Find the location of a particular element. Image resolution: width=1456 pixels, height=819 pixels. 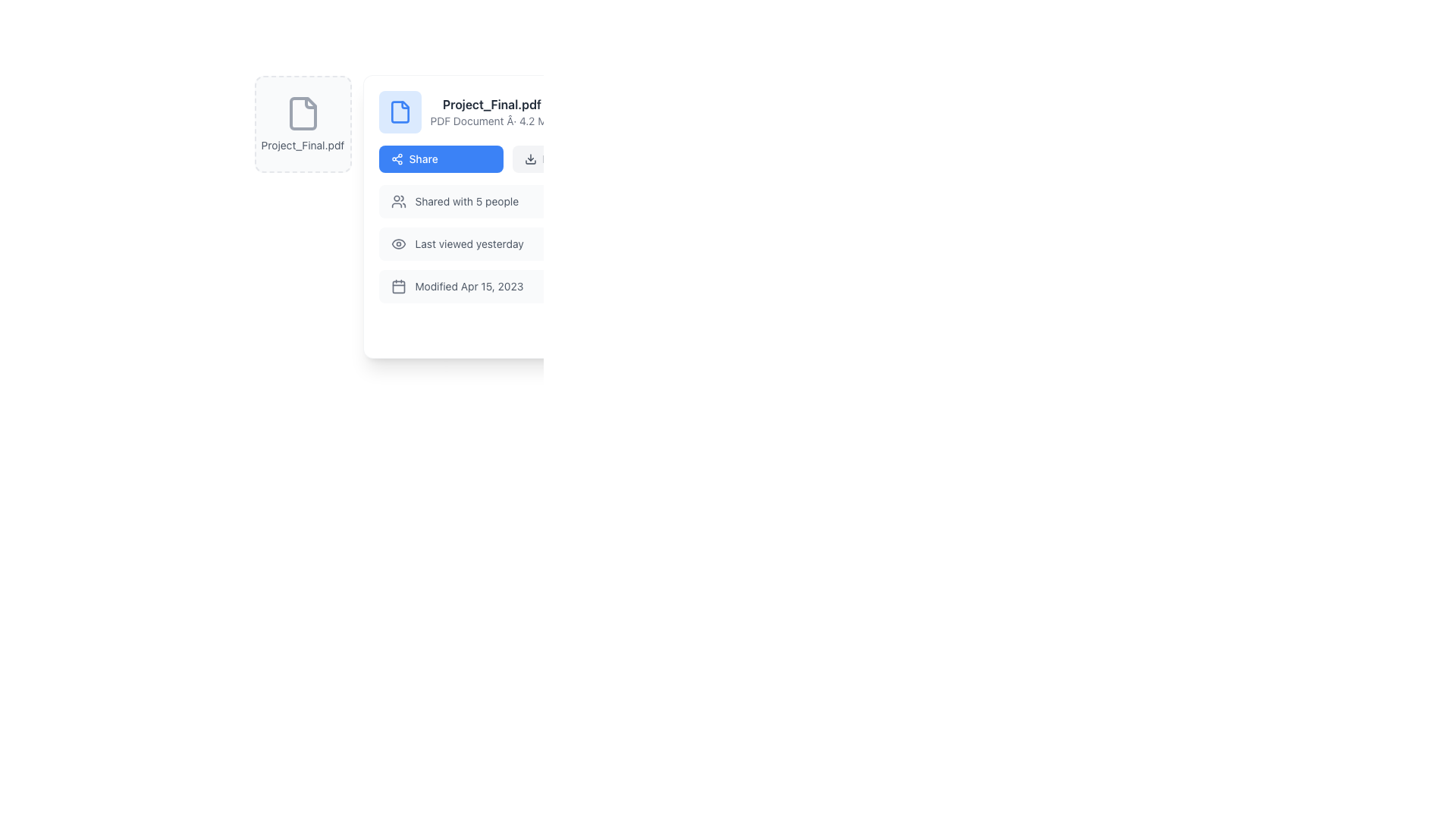

the static text label indicating the sharing status of the document, which specifies that it is shared with 5 people is located at coordinates (453, 201).